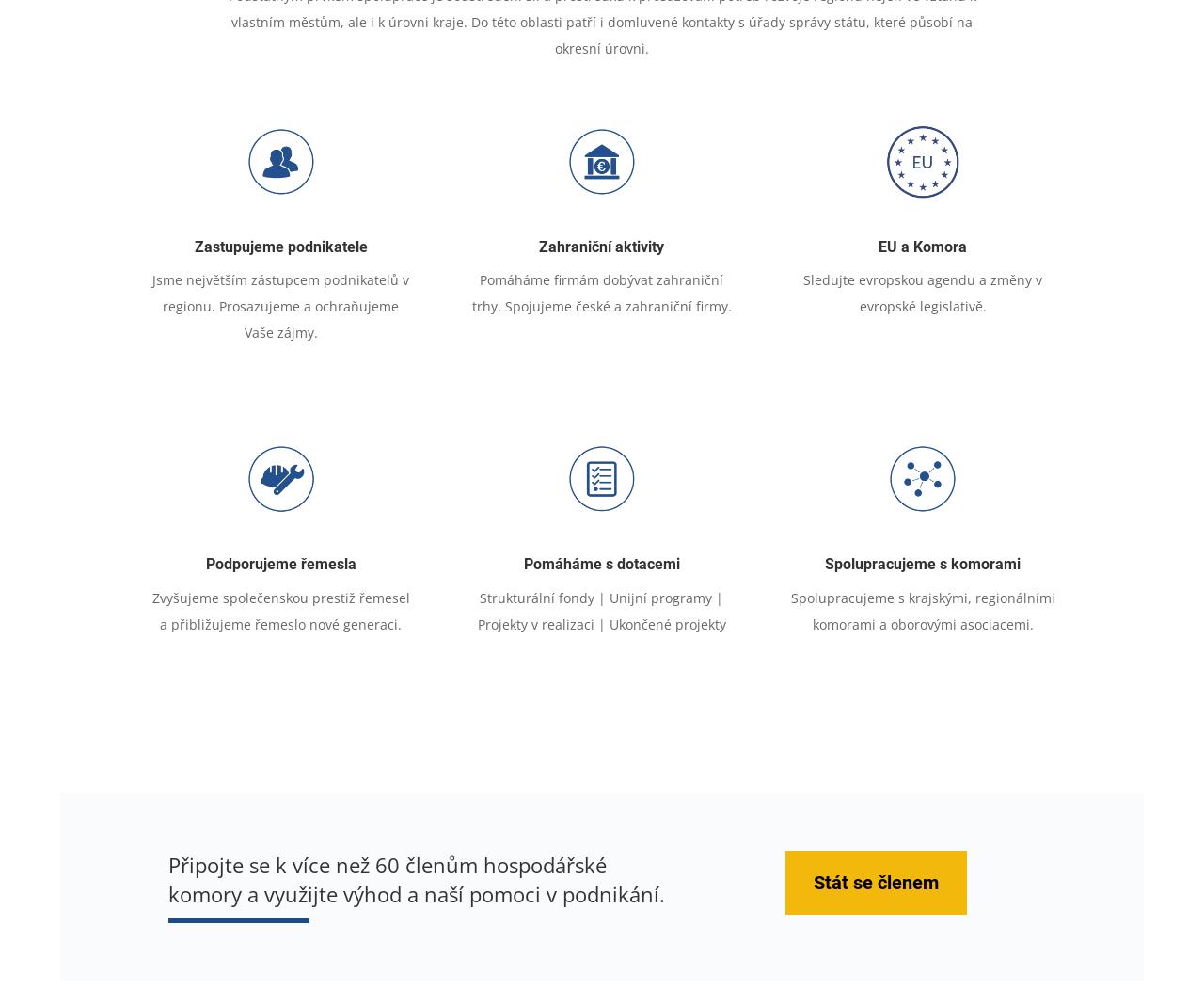 This screenshot has height=1005, width=1204. What do you see at coordinates (538, 246) in the screenshot?
I see `'Zahraniční aktivity'` at bounding box center [538, 246].